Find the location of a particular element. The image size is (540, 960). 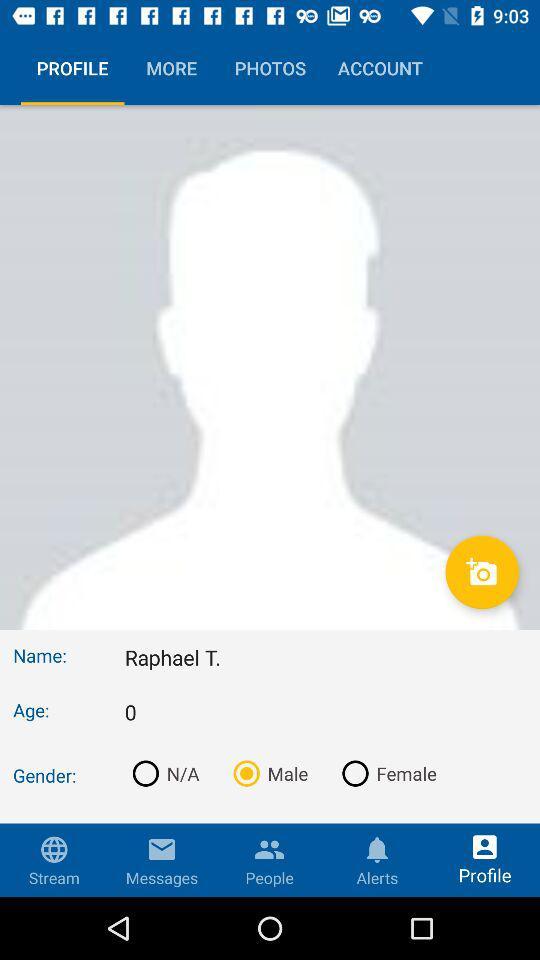

the photo icon is located at coordinates (481, 572).